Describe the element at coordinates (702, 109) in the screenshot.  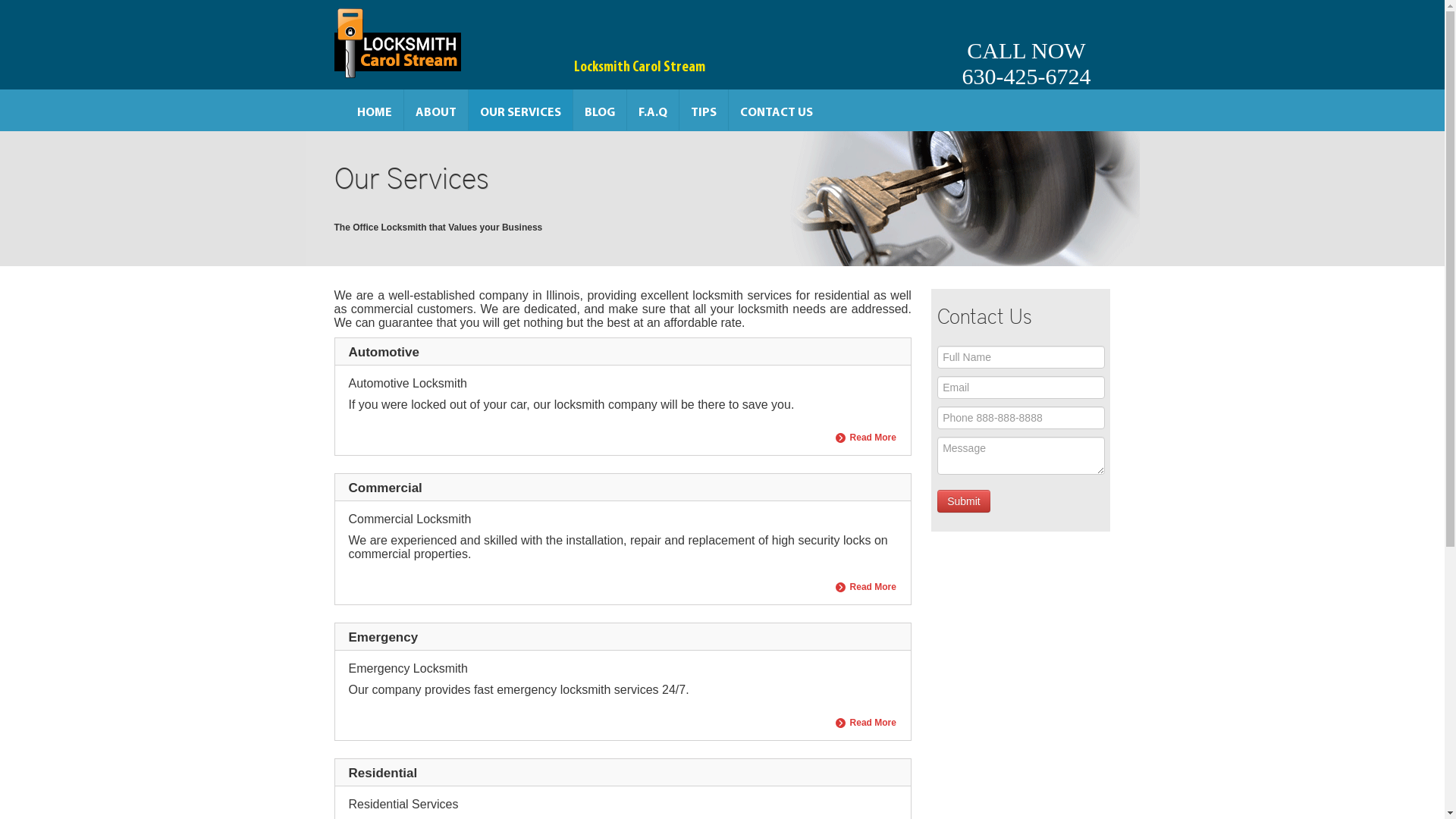
I see `'TIPS'` at that location.